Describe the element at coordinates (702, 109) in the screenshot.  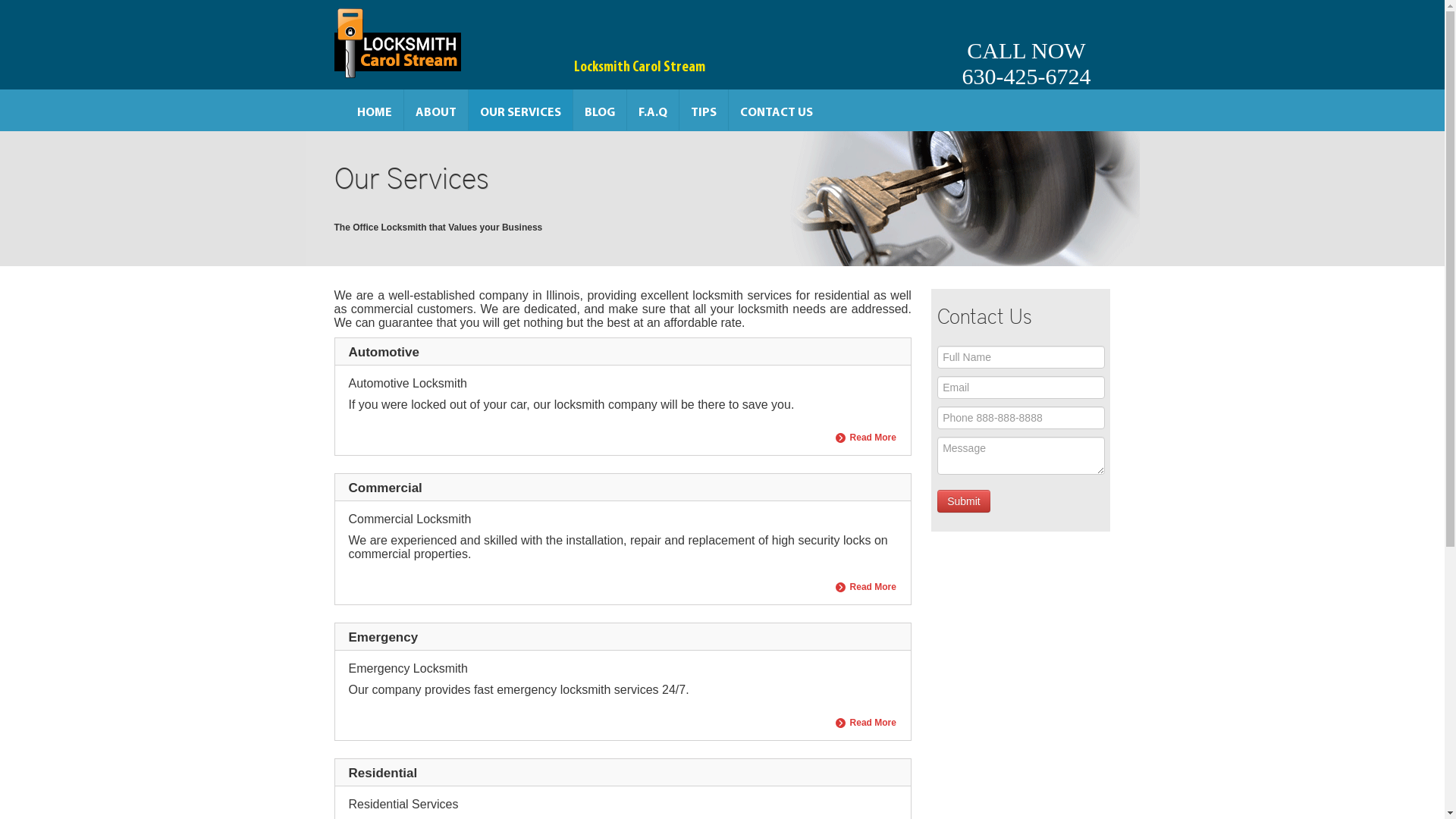
I see `'TIPS'` at that location.